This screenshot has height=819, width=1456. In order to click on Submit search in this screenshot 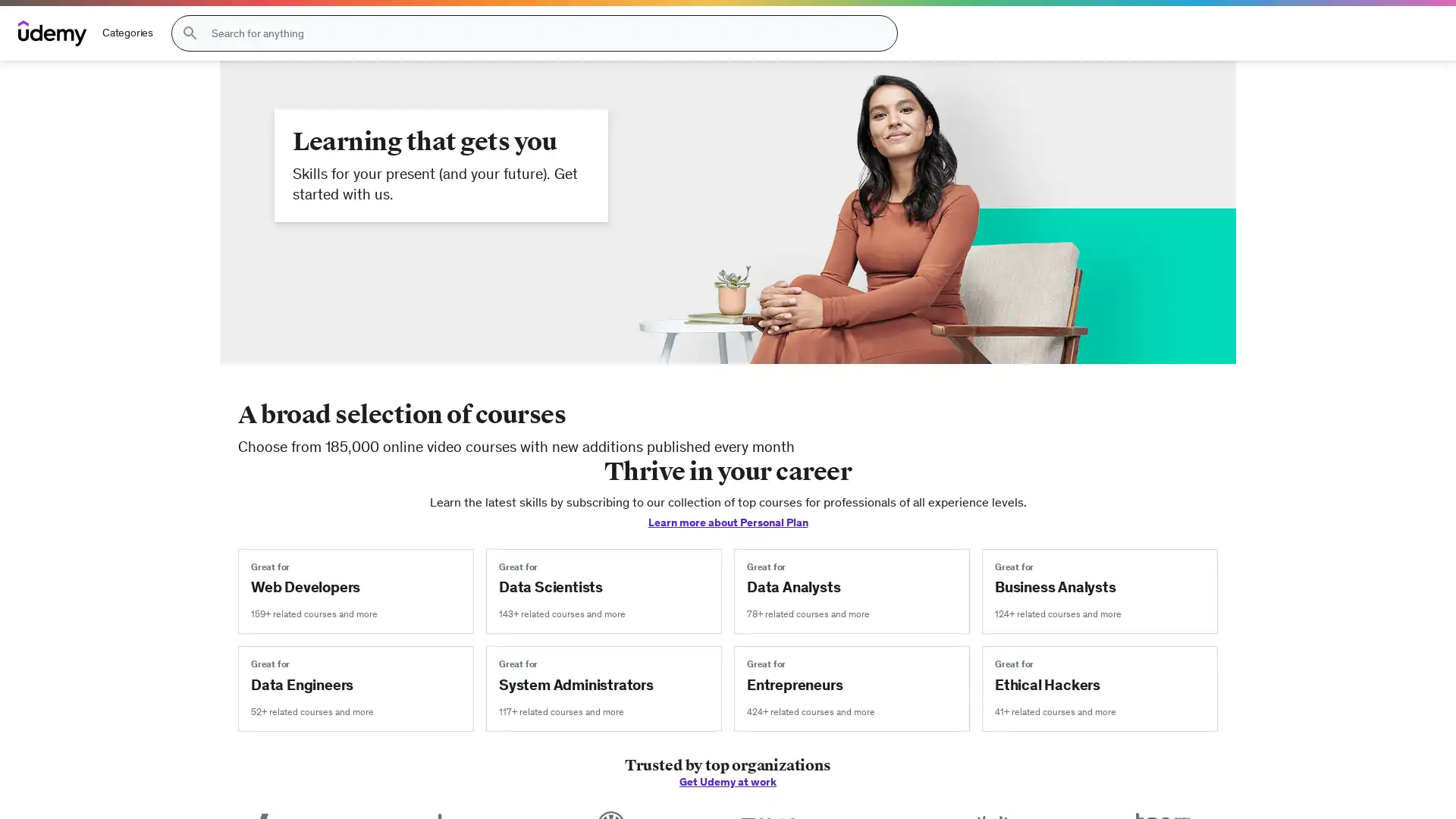, I will do `click(189, 33)`.